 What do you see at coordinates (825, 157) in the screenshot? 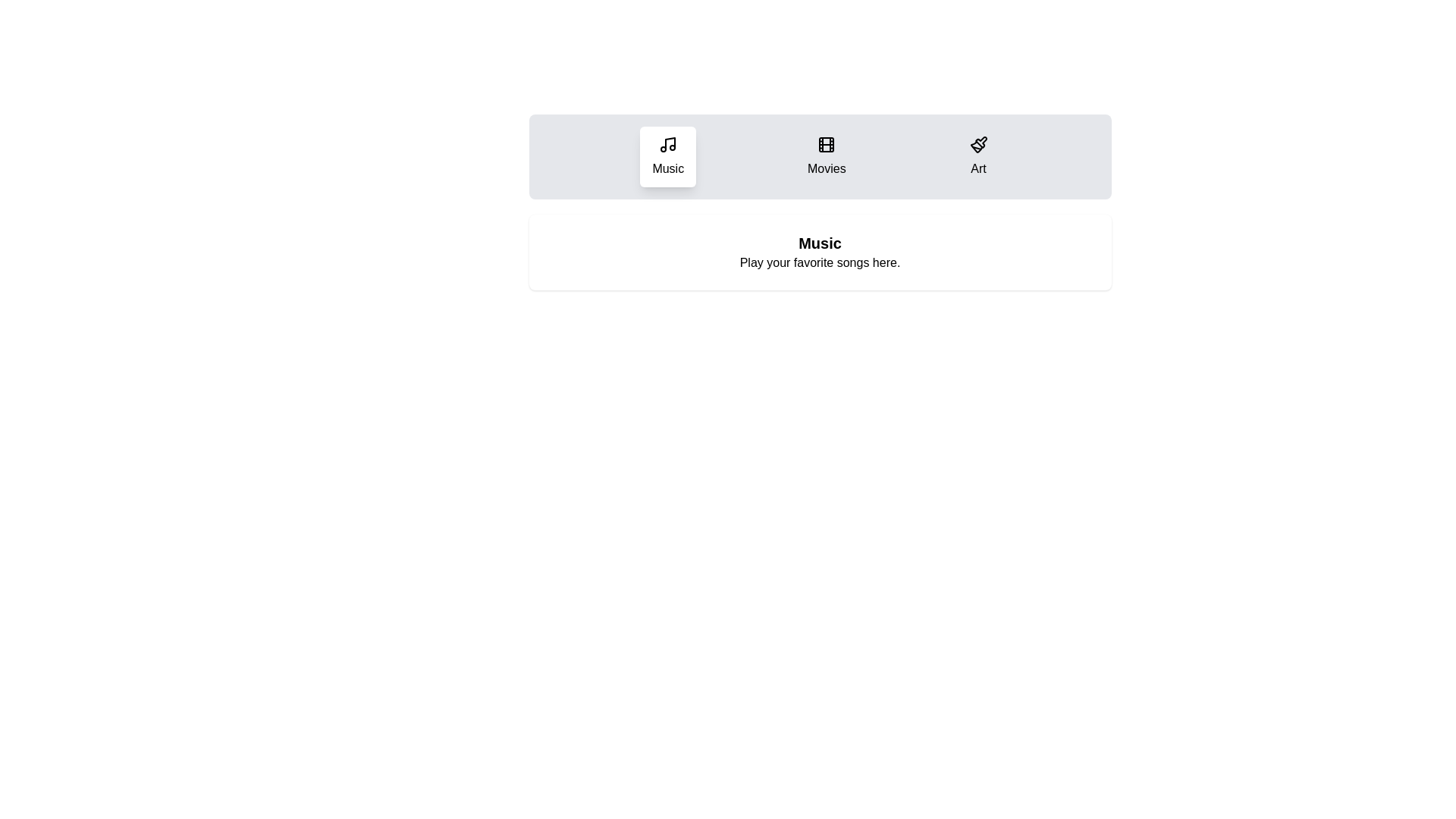
I see `the Movies tab to observe its hover effect` at bounding box center [825, 157].